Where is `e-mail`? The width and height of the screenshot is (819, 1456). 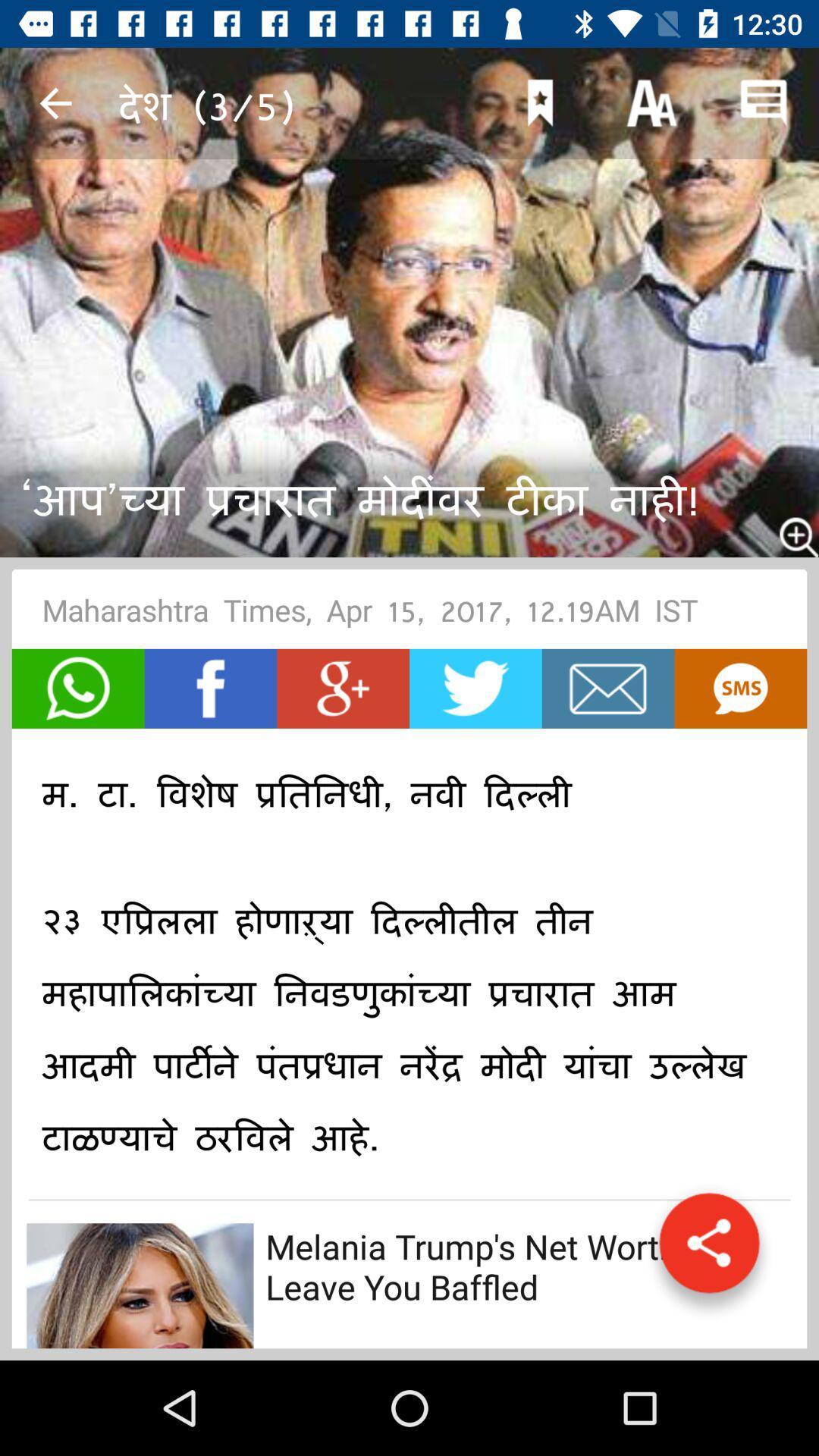 e-mail is located at coordinates (607, 688).